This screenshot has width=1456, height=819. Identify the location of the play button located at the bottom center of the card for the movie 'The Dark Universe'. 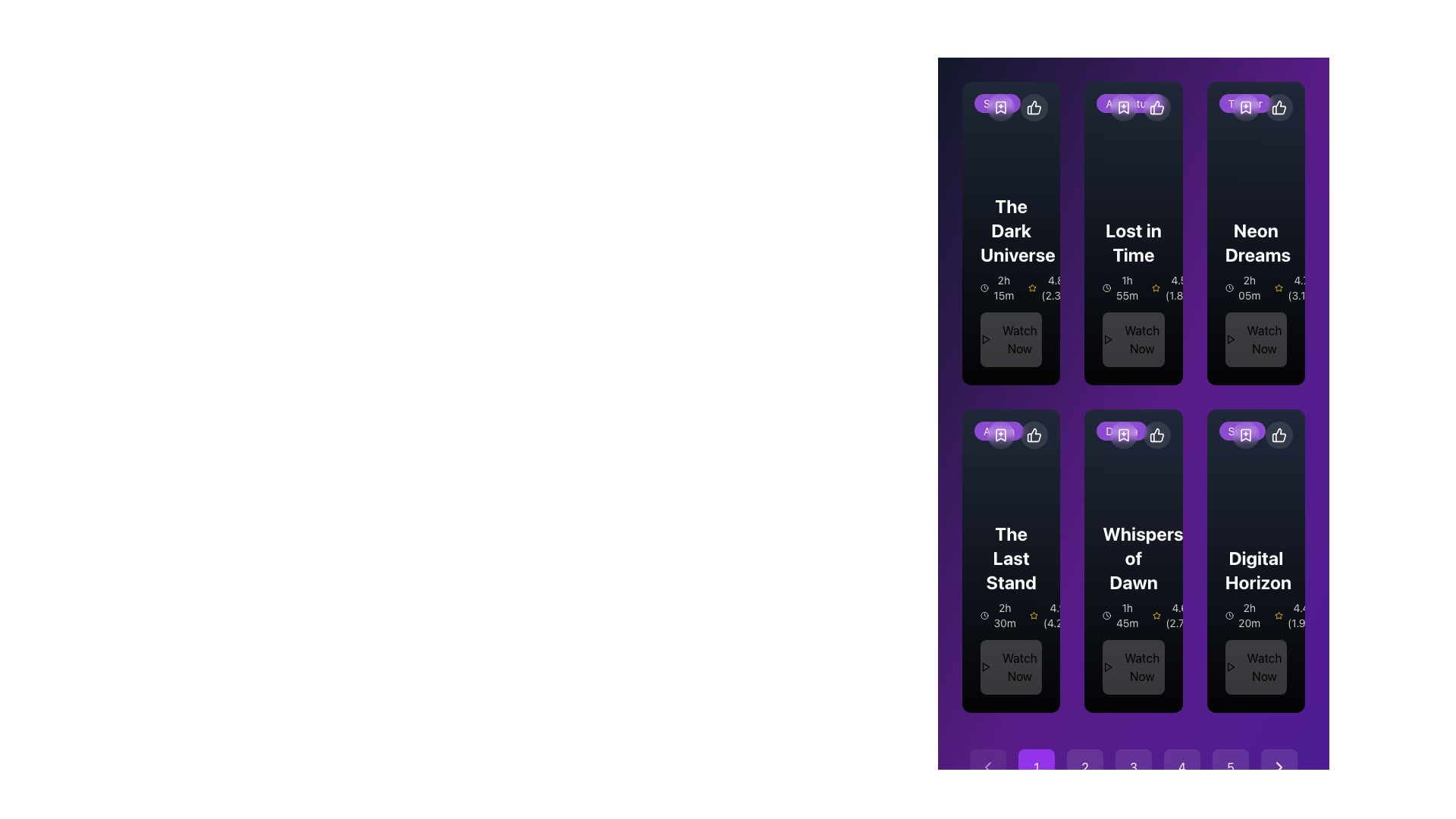
(1011, 338).